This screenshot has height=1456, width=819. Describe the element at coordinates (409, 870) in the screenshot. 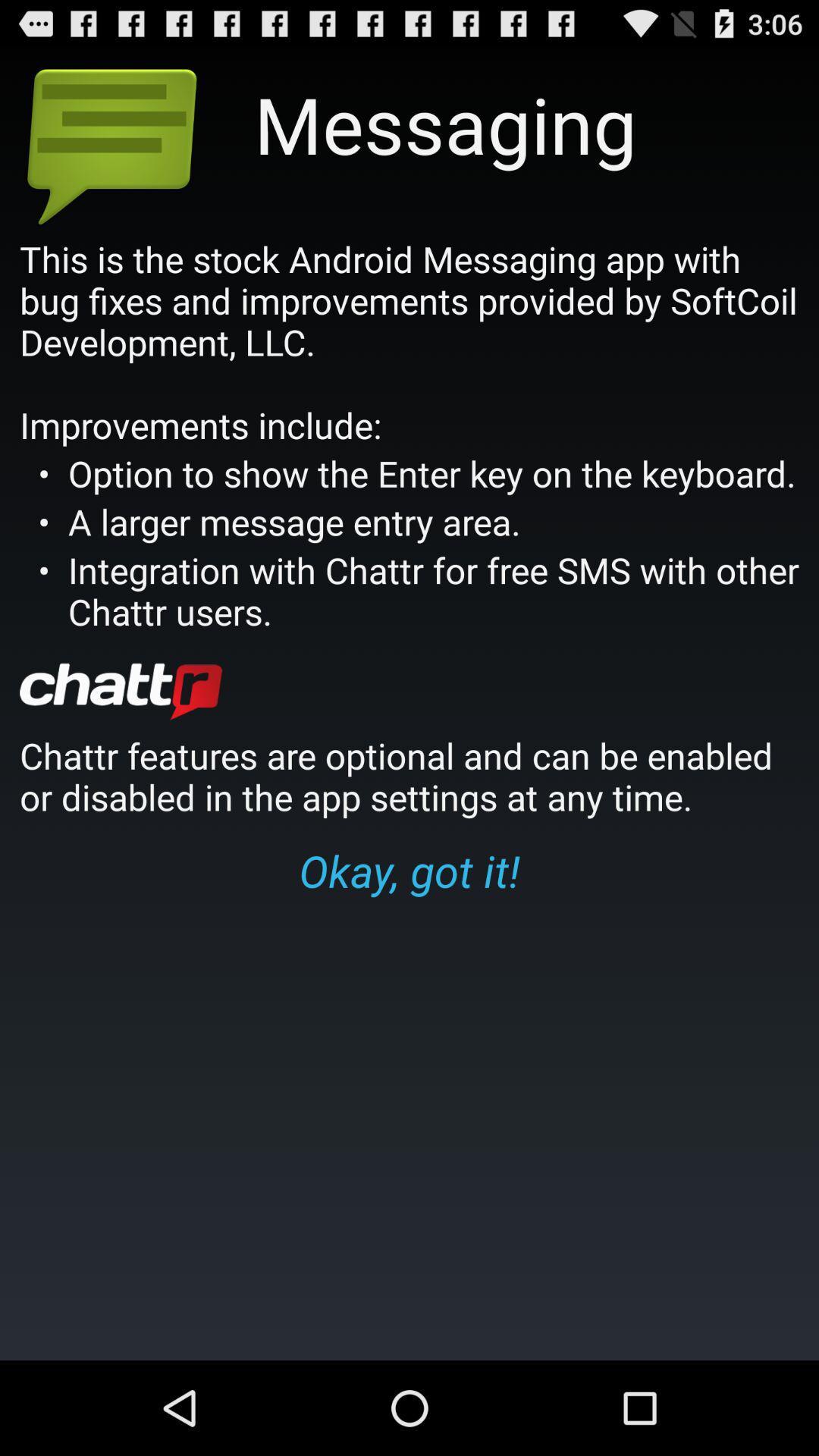

I see `the okay, got it!` at that location.